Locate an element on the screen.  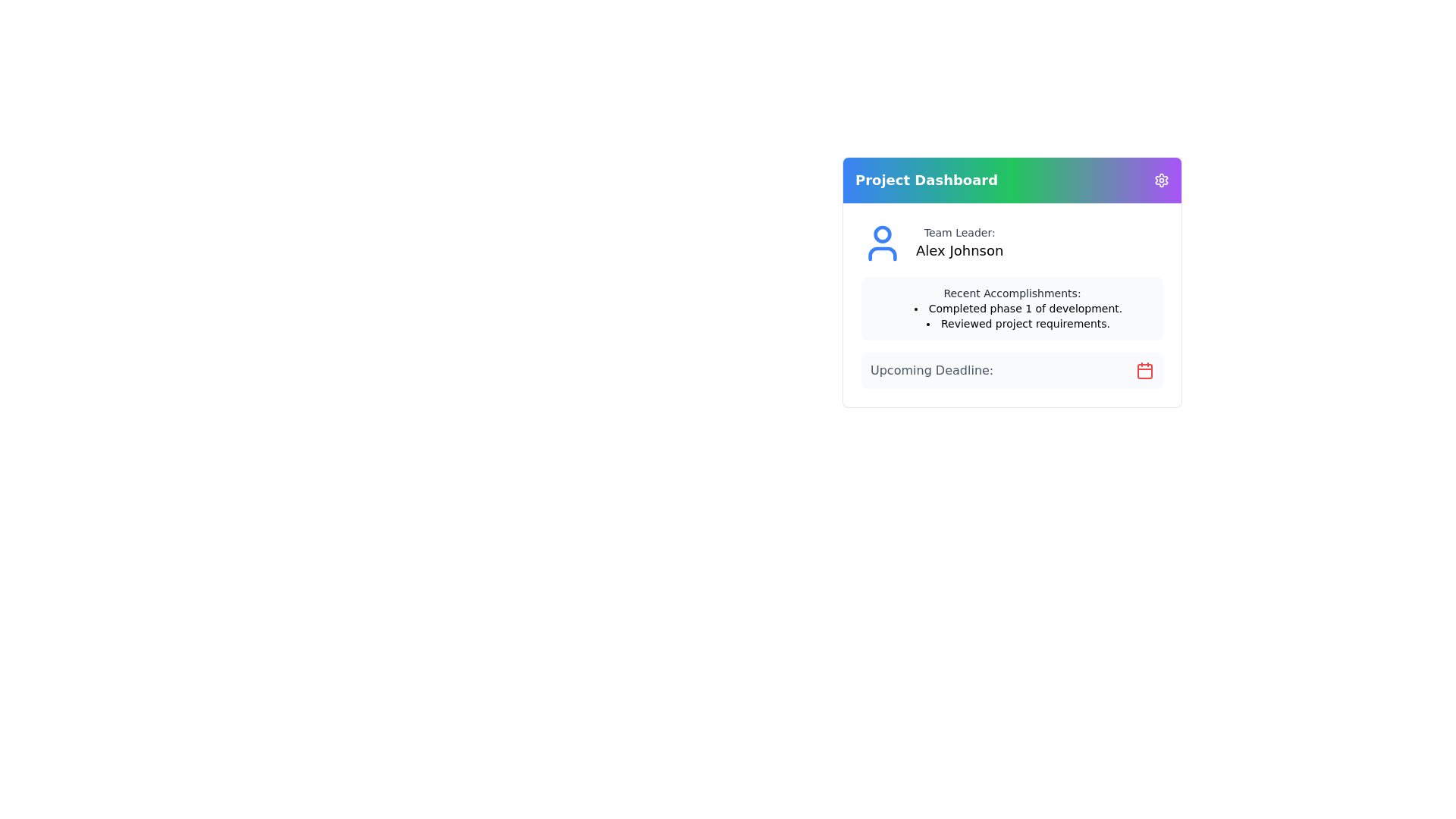
the red-bordered square within the calendar icon located at the bottom-right corner of the card for team leader Alex Johnson is located at coordinates (1145, 371).